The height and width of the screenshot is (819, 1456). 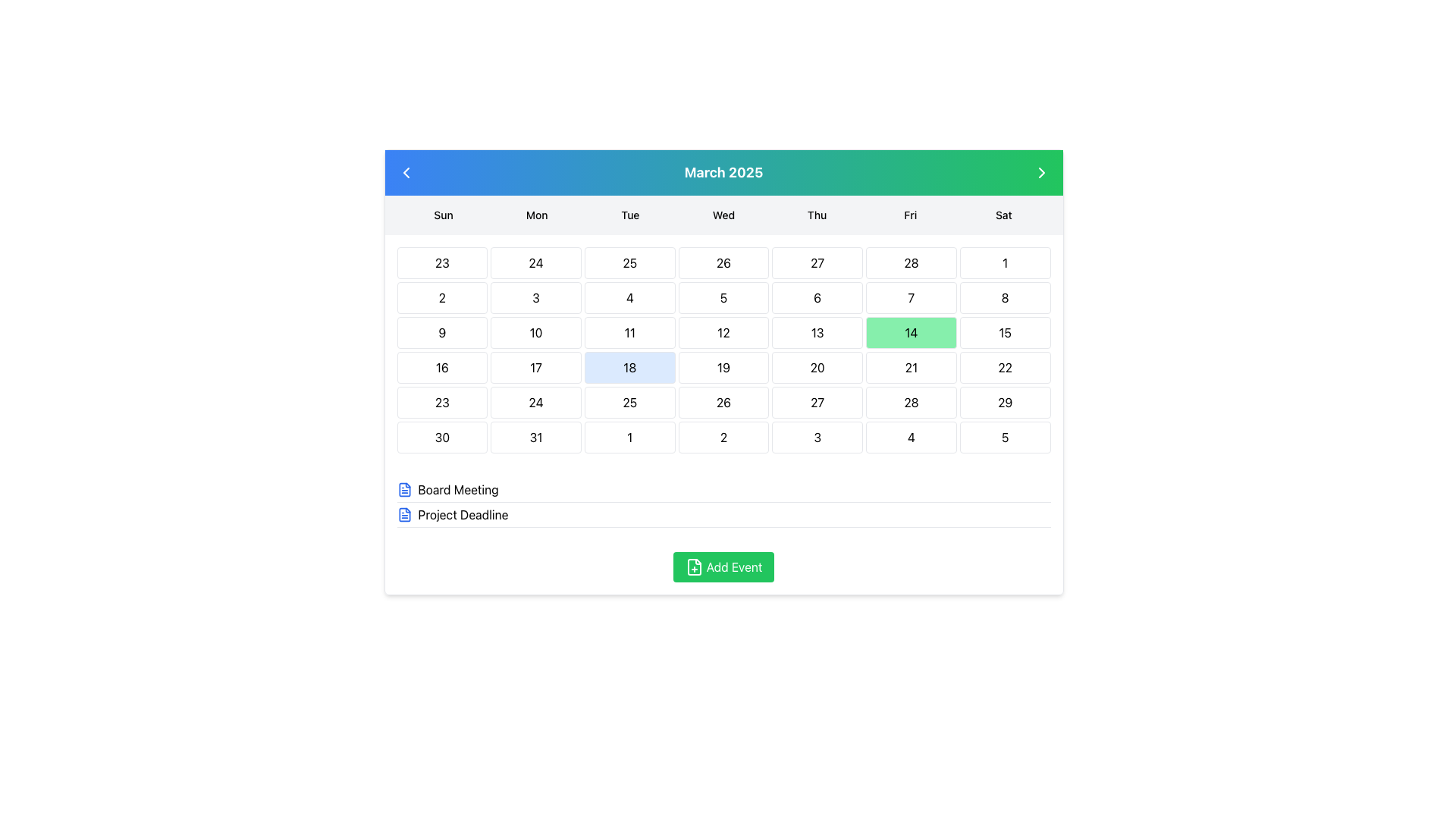 What do you see at coordinates (723, 368) in the screenshot?
I see `the clickable date box displaying '19' in the calendar under 'Mar 2025'` at bounding box center [723, 368].